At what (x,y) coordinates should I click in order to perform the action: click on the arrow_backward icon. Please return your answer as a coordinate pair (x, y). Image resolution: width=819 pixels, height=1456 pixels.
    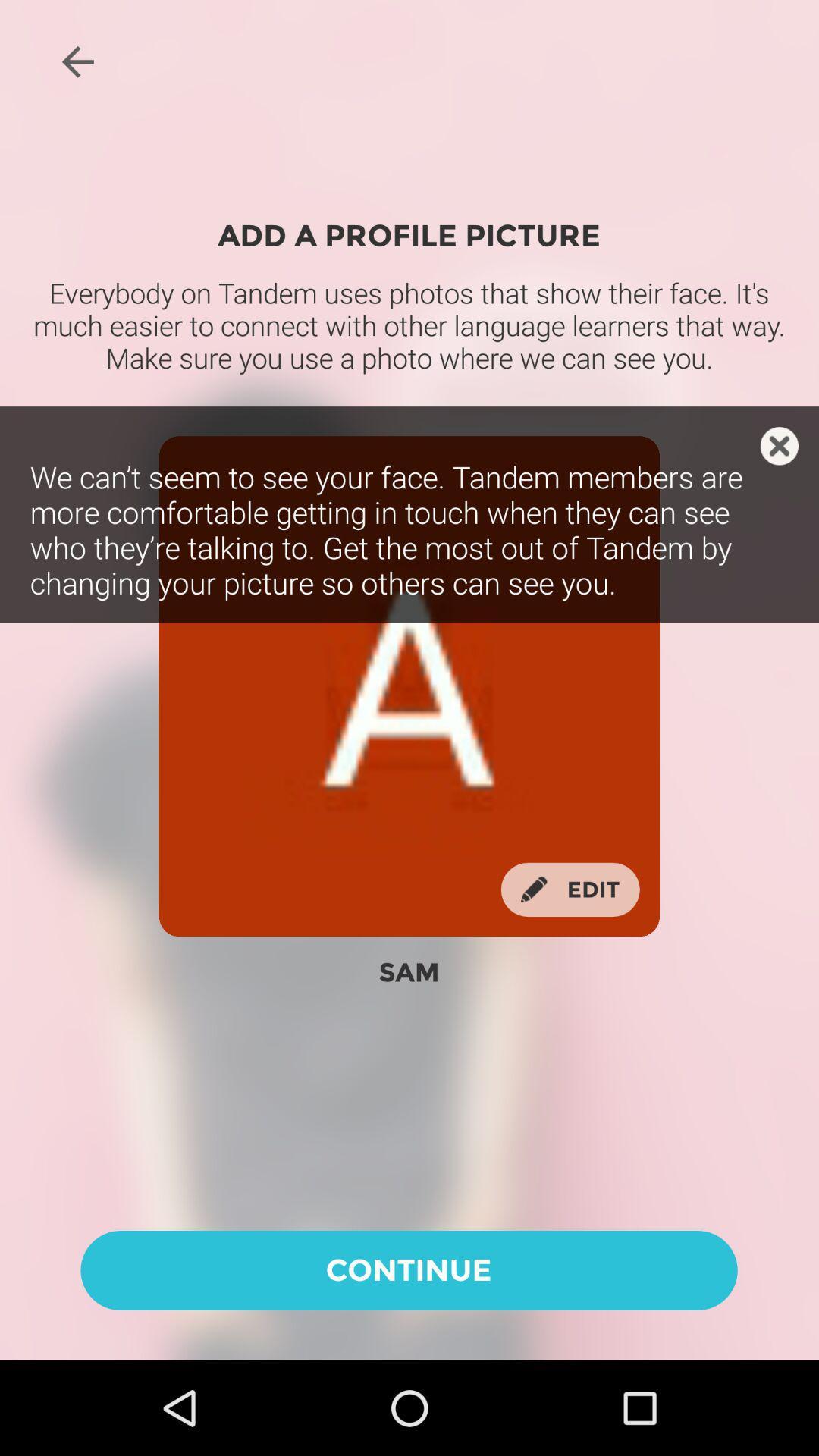
    Looking at the image, I should click on (77, 61).